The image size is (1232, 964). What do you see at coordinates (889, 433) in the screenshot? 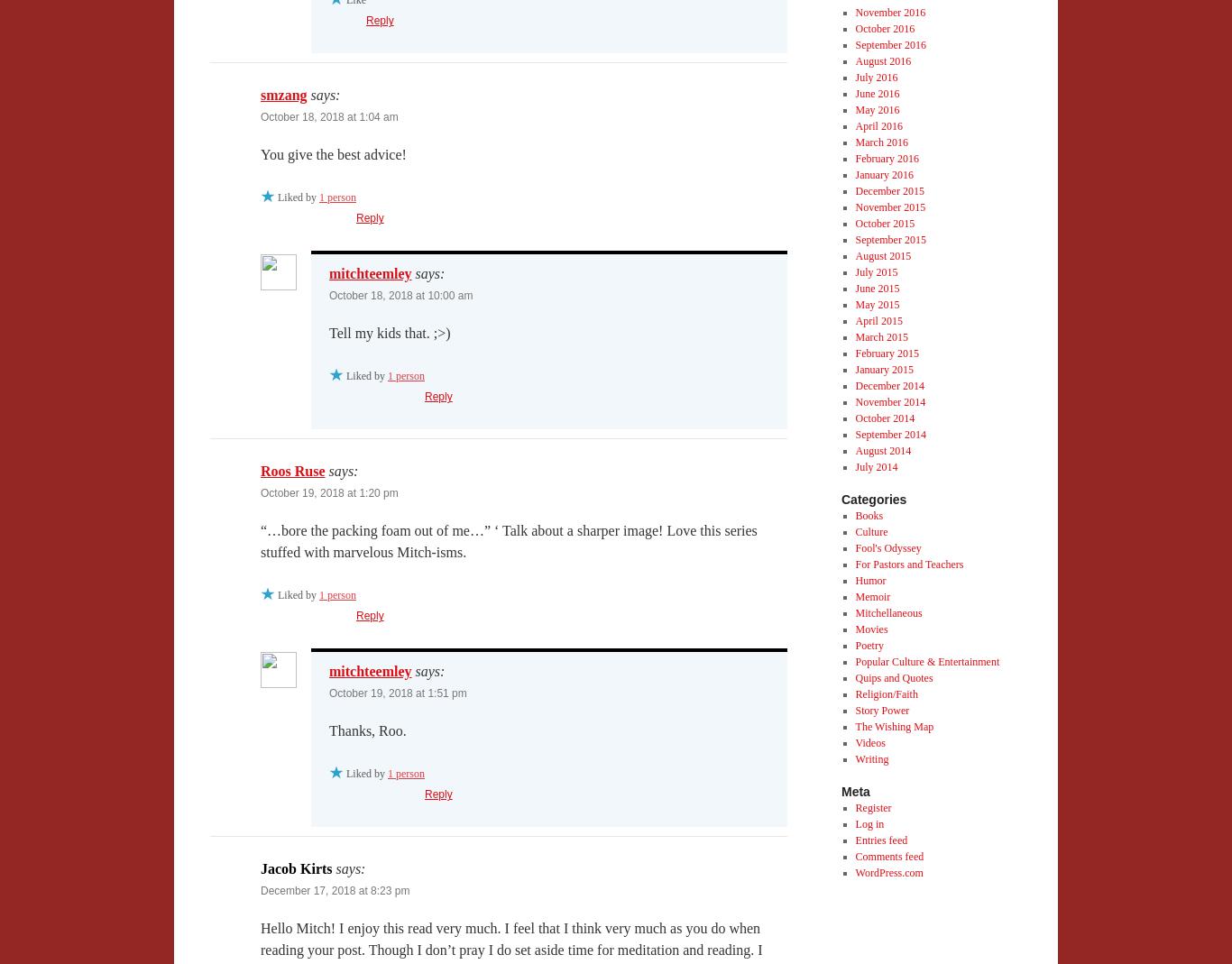
I see `'September 2014'` at bounding box center [889, 433].